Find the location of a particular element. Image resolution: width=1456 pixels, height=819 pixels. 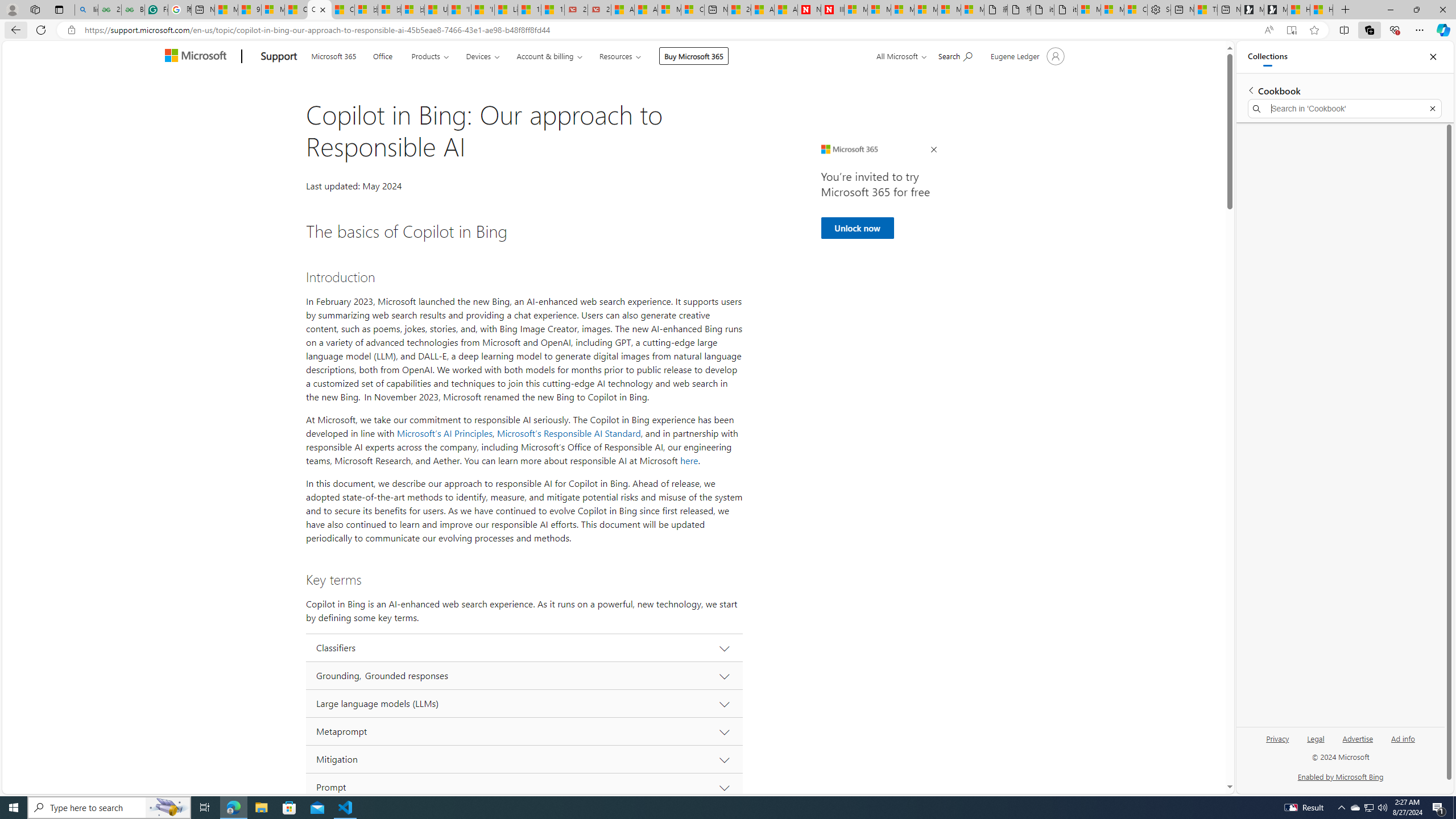

'Buy Microsoft 365' is located at coordinates (693, 55).